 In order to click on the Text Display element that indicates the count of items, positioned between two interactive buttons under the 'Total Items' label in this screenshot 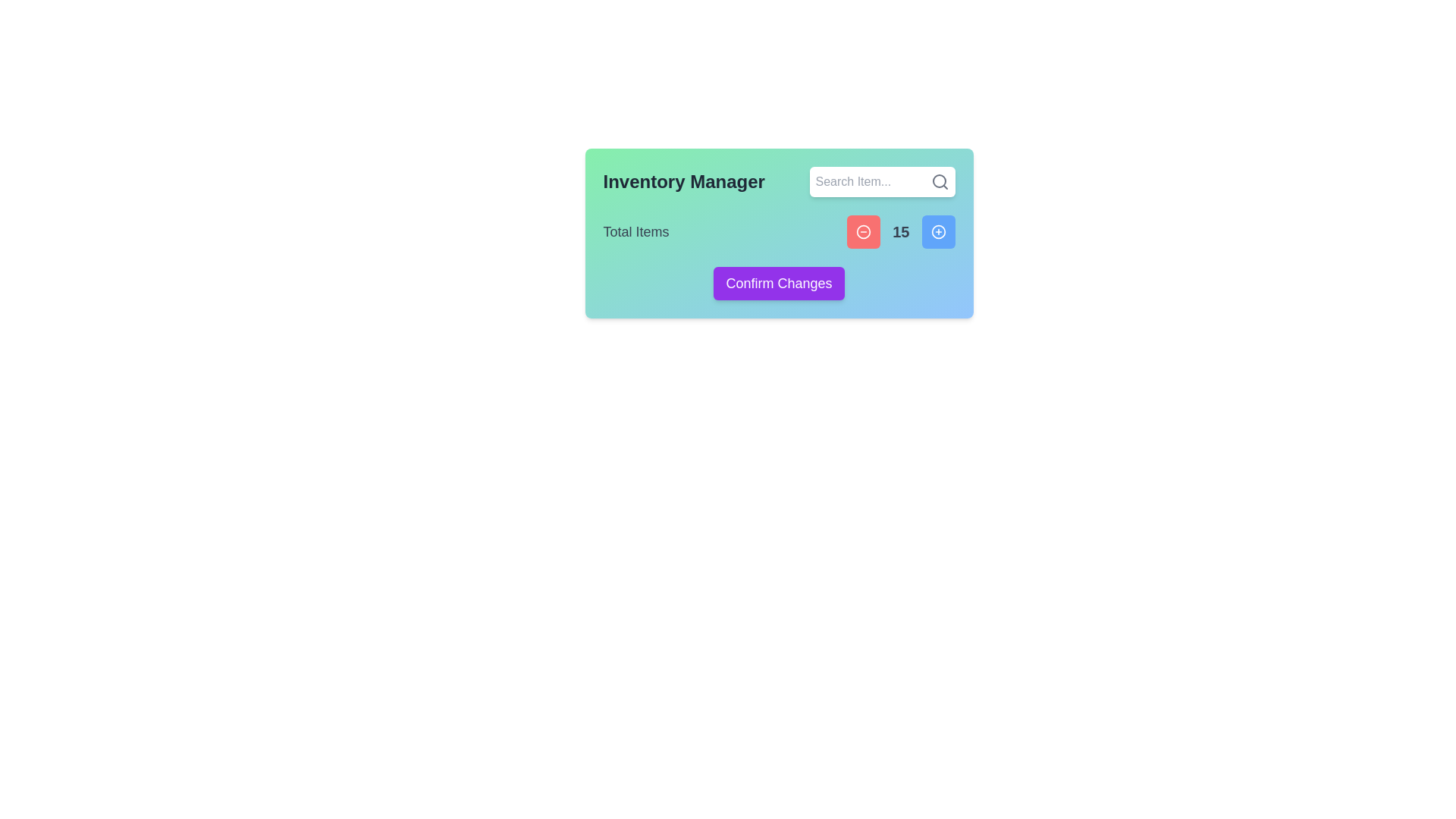, I will do `click(901, 231)`.